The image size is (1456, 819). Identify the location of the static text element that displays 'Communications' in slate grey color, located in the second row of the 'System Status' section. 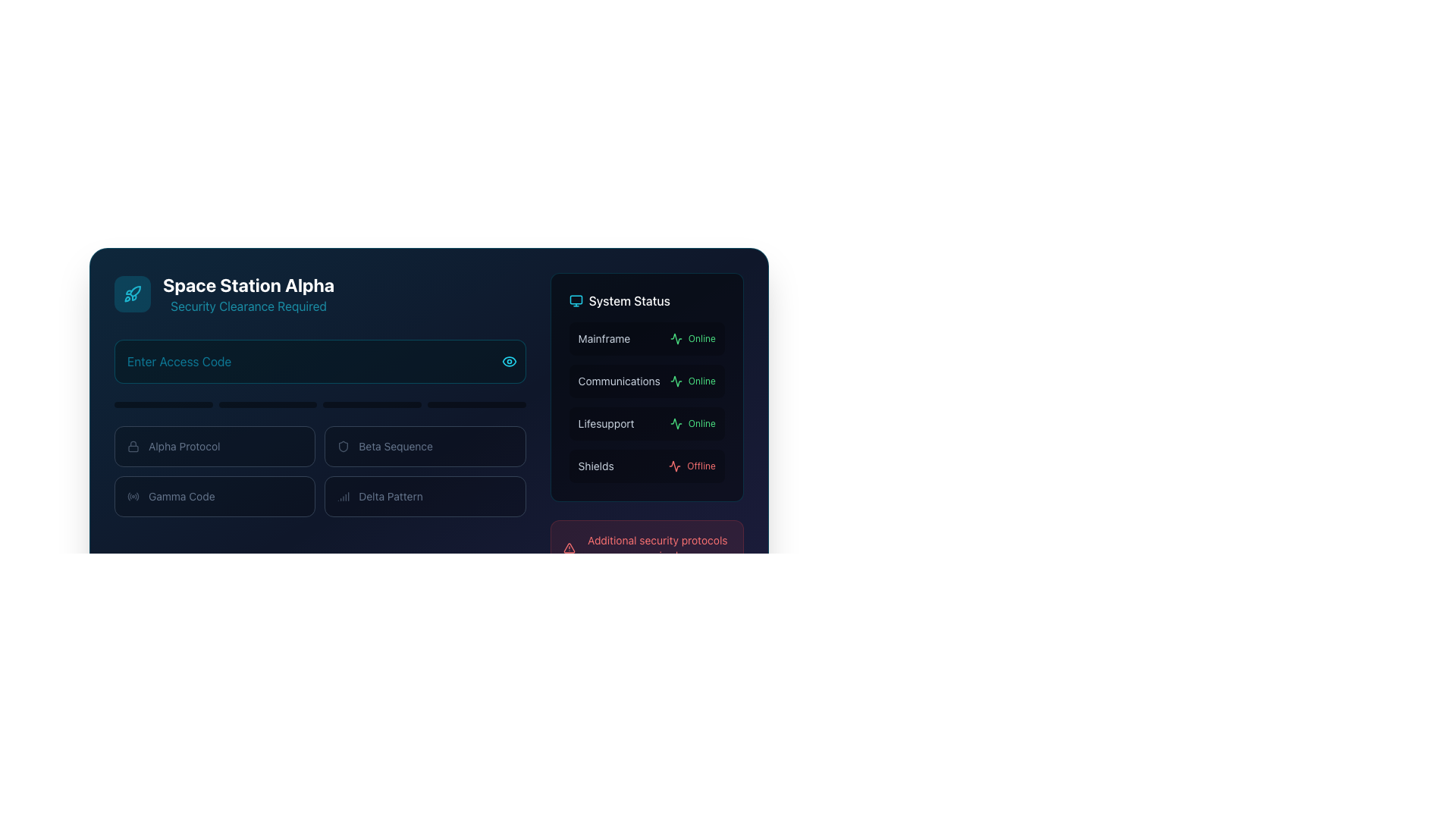
(619, 380).